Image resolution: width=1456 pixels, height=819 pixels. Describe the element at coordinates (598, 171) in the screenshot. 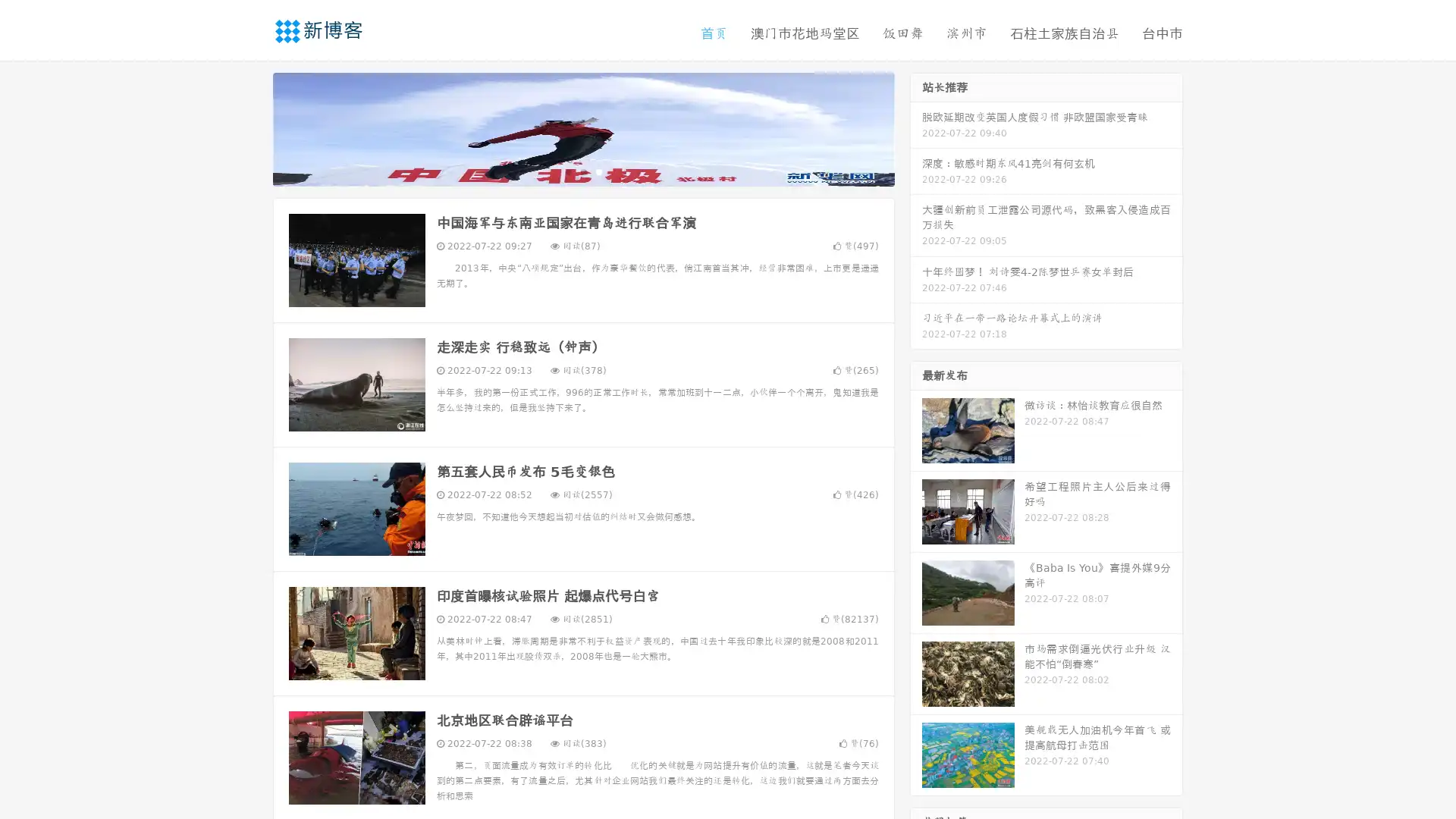

I see `Go to slide 3` at that location.